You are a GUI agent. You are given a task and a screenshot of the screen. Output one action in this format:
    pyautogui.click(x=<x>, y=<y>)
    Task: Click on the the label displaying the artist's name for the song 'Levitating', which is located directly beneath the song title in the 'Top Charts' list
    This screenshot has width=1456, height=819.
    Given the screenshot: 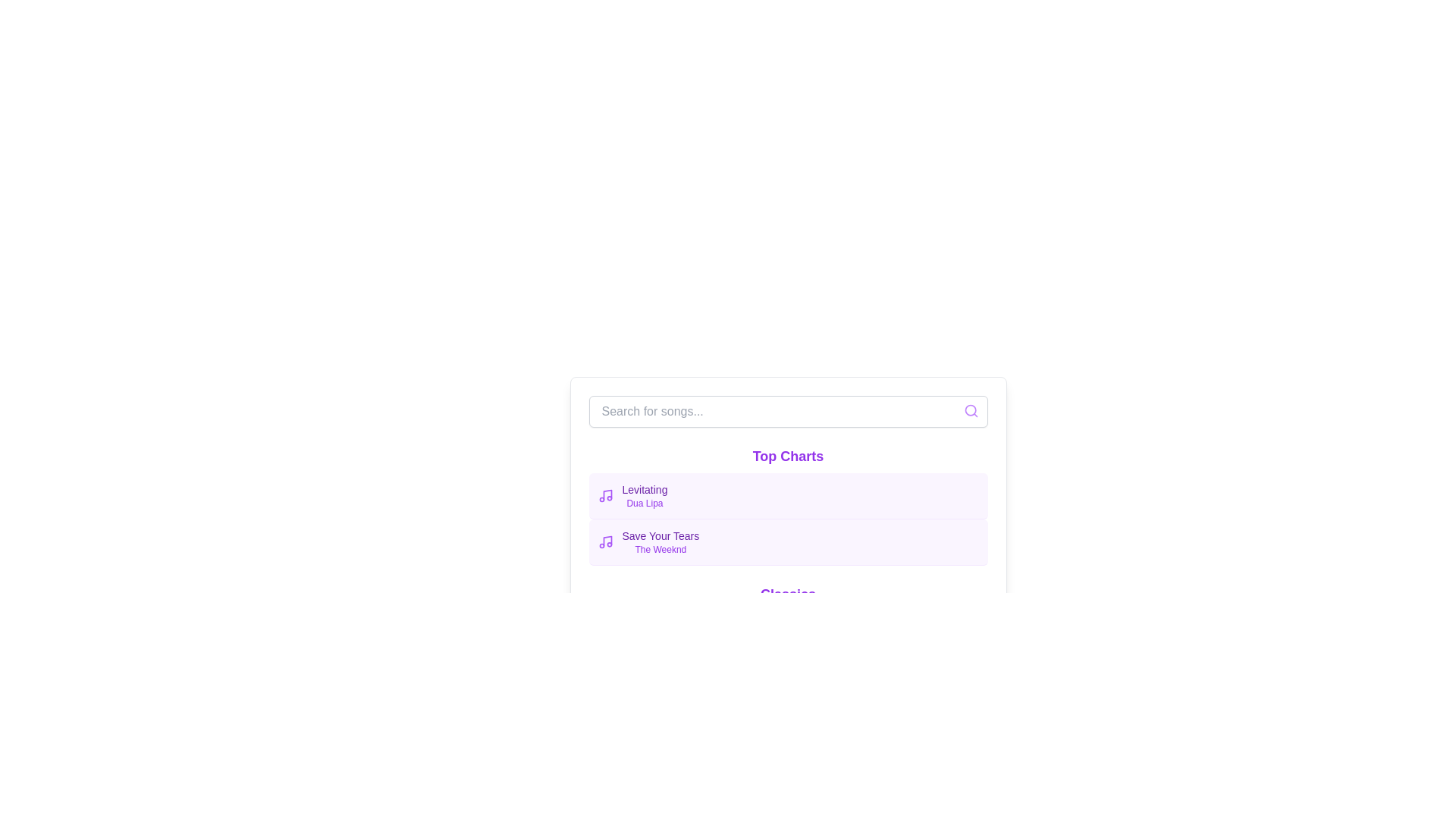 What is the action you would take?
    pyautogui.click(x=645, y=503)
    